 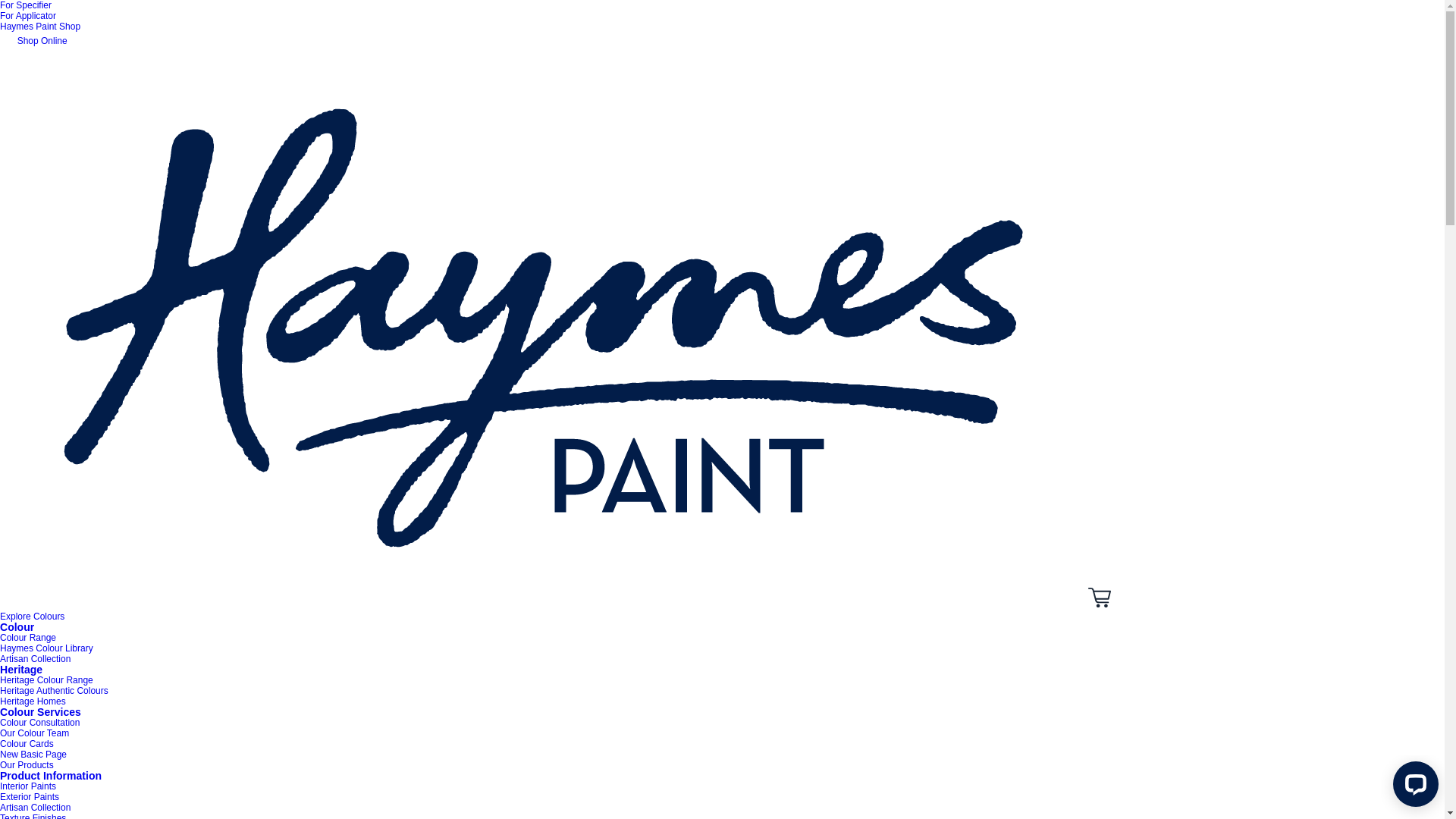 What do you see at coordinates (27, 765) in the screenshot?
I see `'Our Products'` at bounding box center [27, 765].